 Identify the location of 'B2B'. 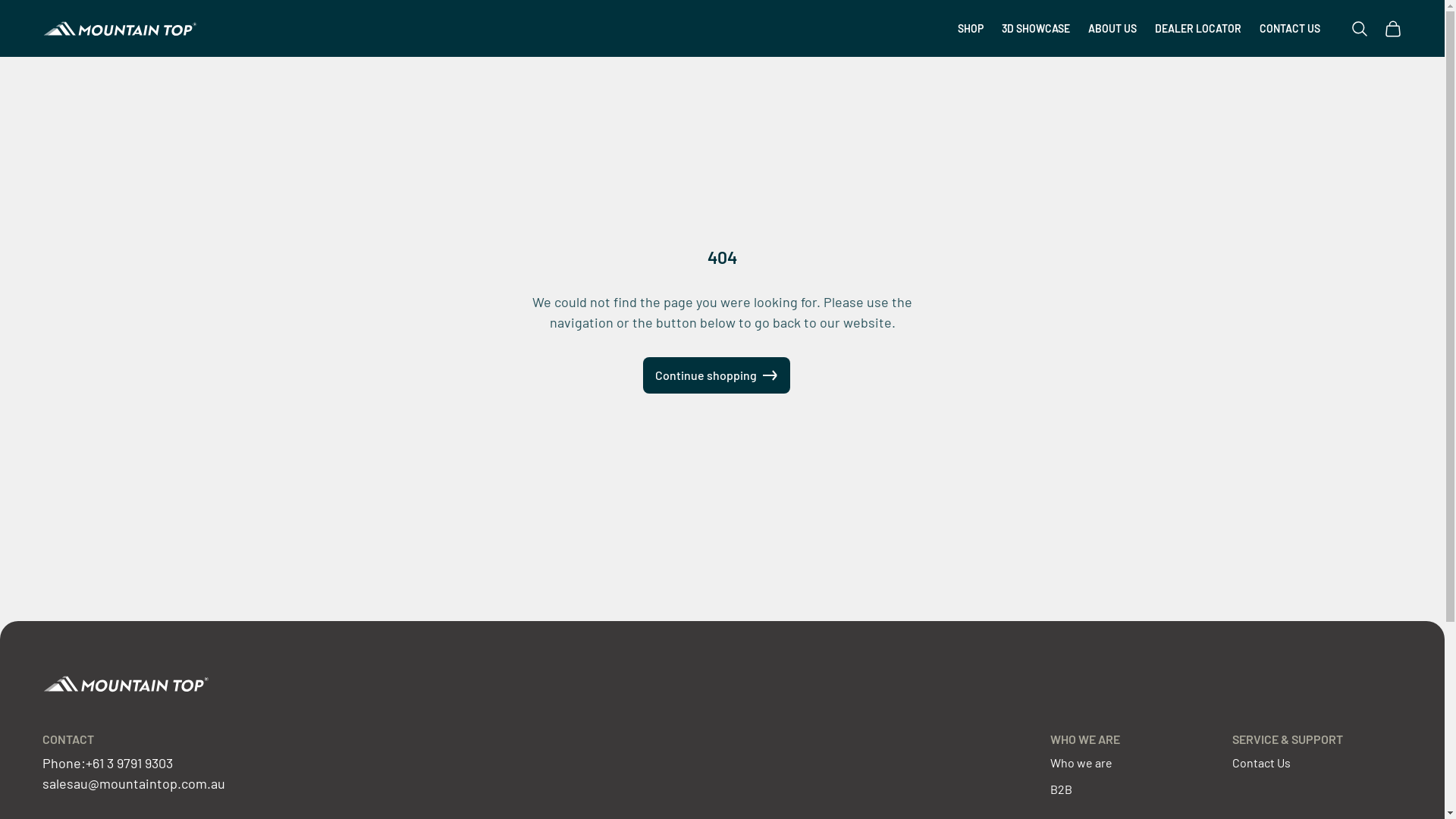
(1050, 788).